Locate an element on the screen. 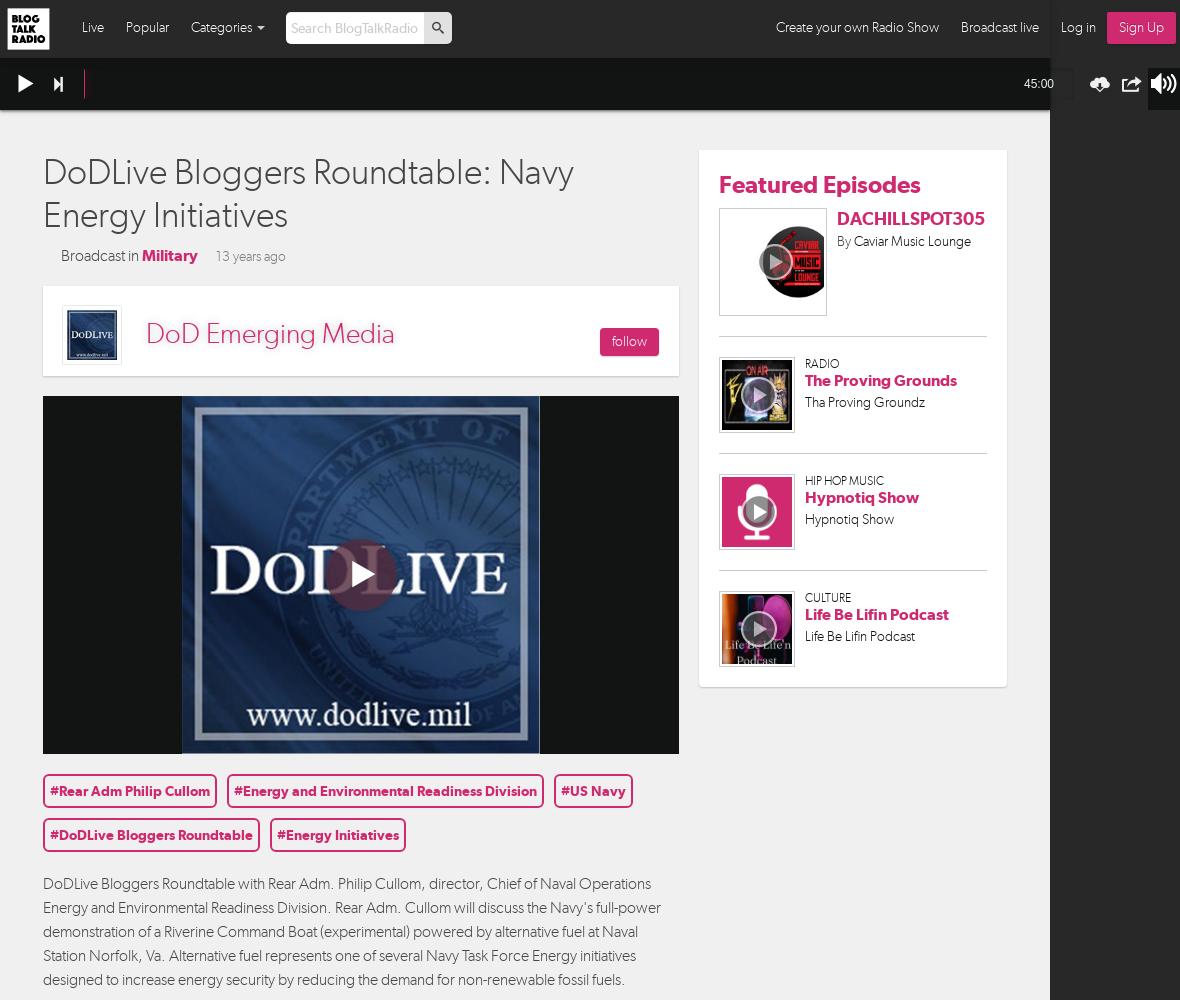 This screenshot has height=1000, width=1180. 'DACHILLSPOT305' is located at coordinates (909, 216).